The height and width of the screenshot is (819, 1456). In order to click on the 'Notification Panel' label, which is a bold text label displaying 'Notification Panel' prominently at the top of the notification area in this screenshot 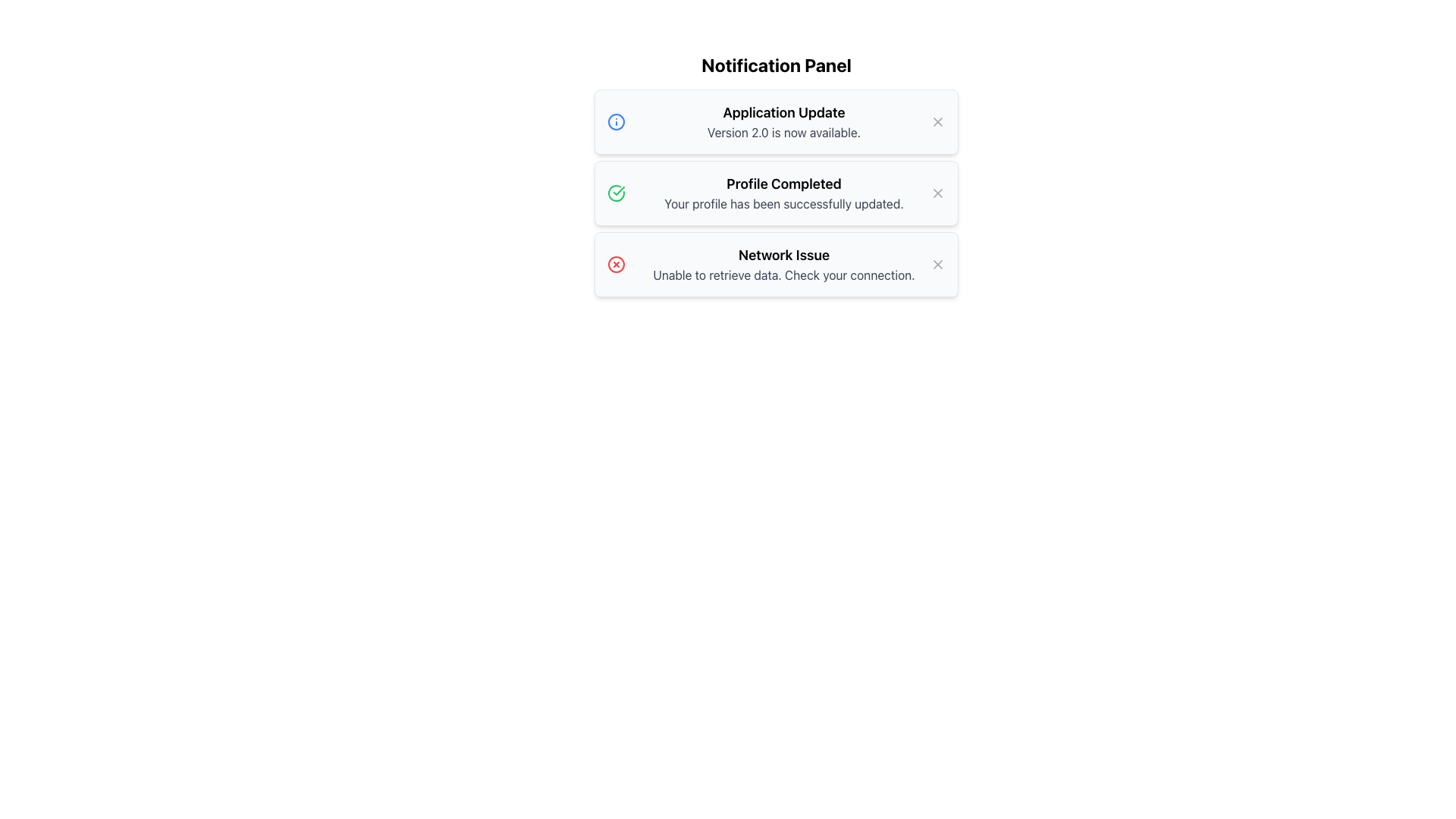, I will do `click(776, 64)`.